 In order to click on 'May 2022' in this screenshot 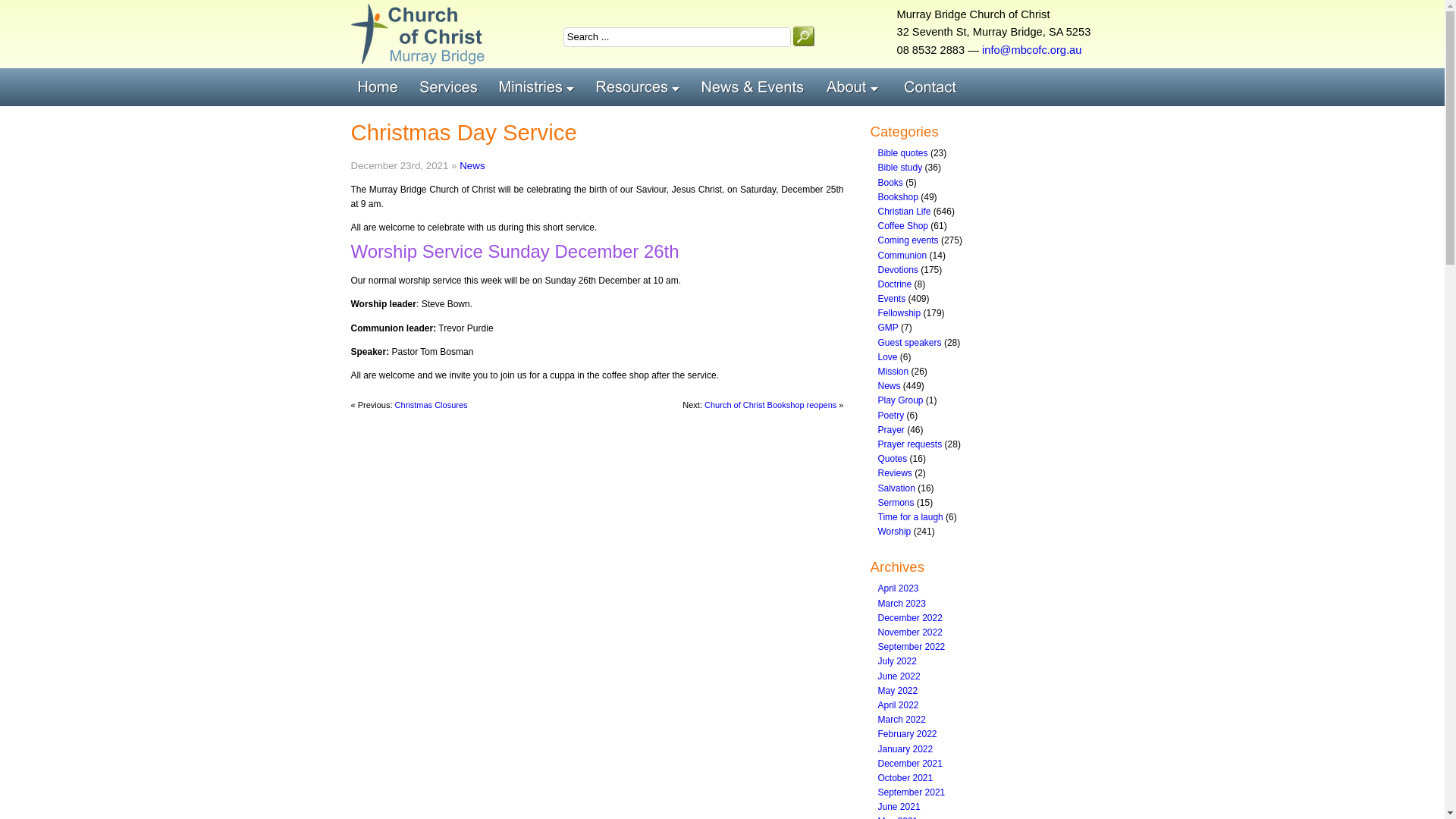, I will do `click(877, 690)`.